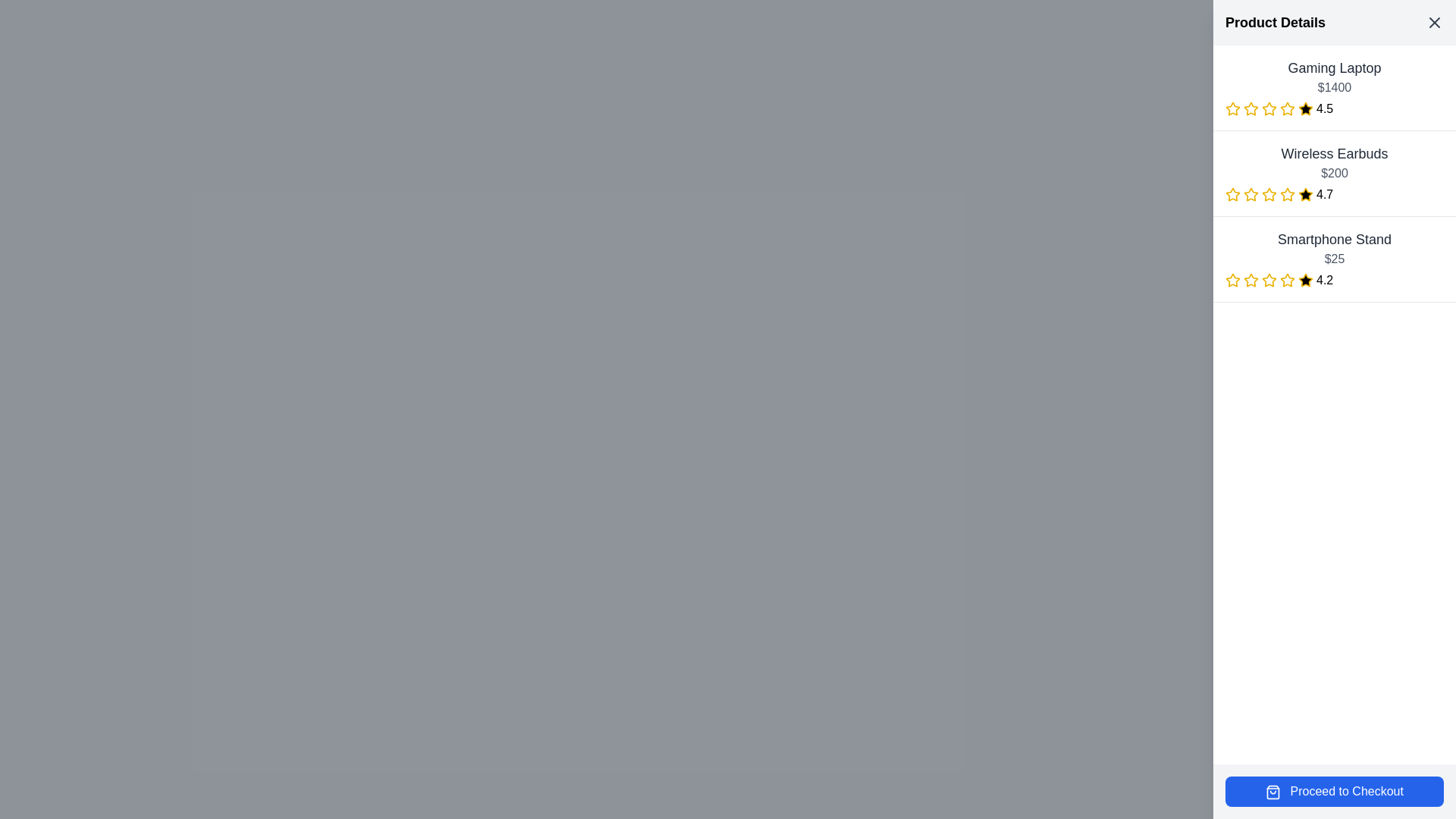  I want to click on the fourth star icon in the rating system for the 'Smartphone Stand' product located at the bottom of the 'Product Details' section in the right-hand panel, so click(1305, 280).